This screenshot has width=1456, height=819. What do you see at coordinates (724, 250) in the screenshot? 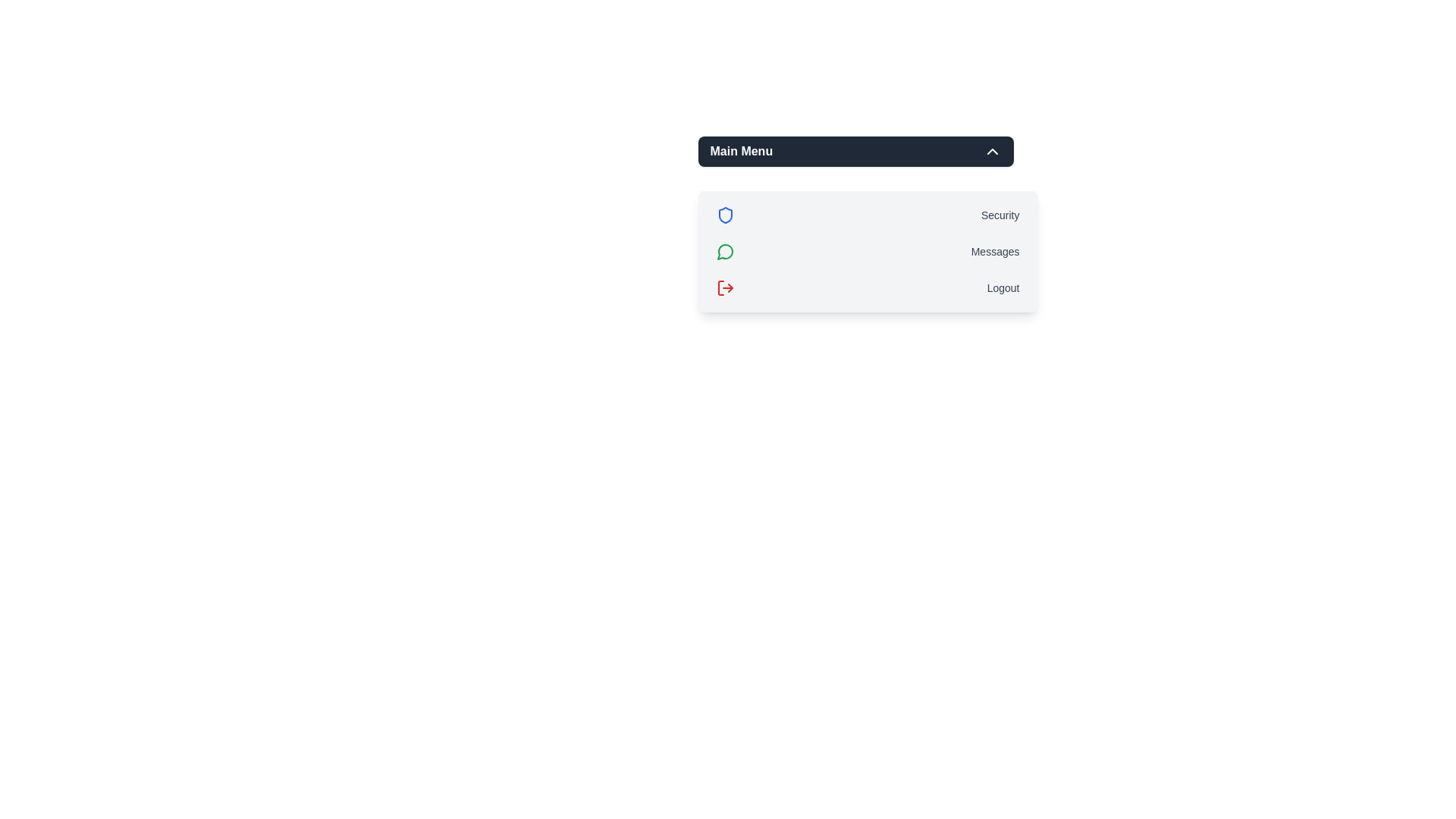
I see `the speech bubble icon with a green outline located in the 'Messages' menu section, positioned between 'Security' and 'Logout'` at bounding box center [724, 250].